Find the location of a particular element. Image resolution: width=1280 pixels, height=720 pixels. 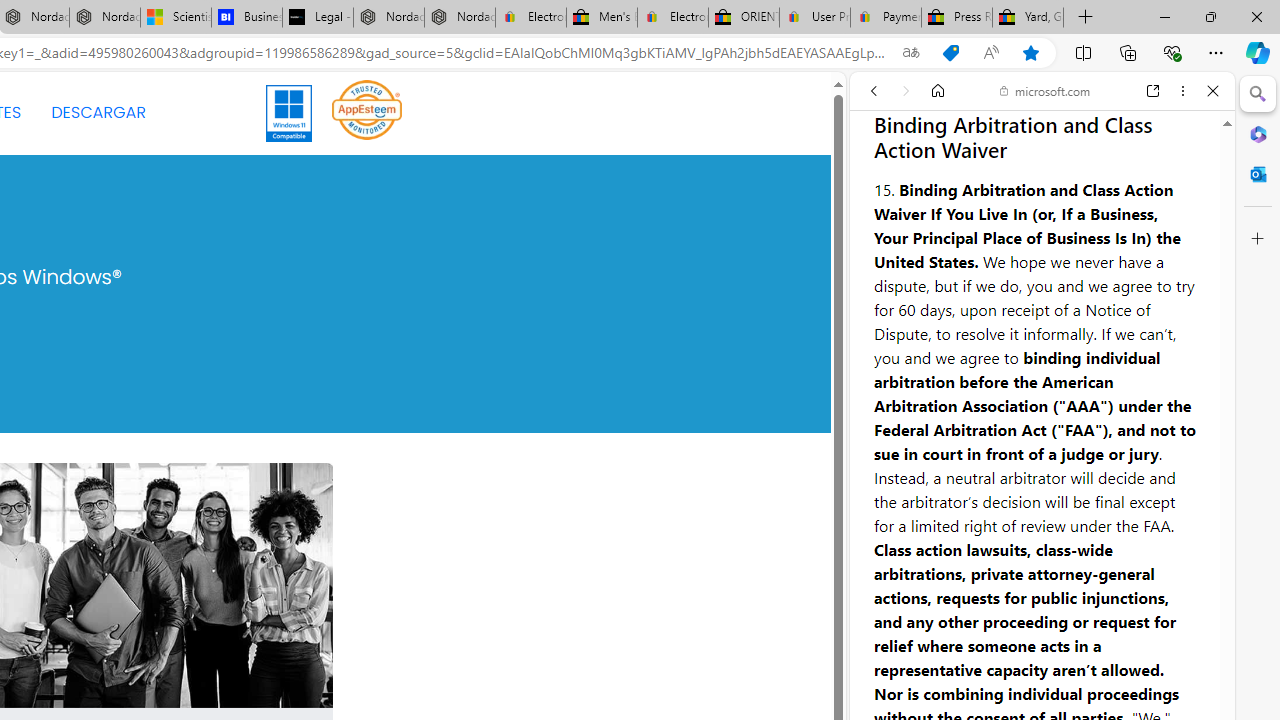

'App Esteem' is located at coordinates (367, 113).